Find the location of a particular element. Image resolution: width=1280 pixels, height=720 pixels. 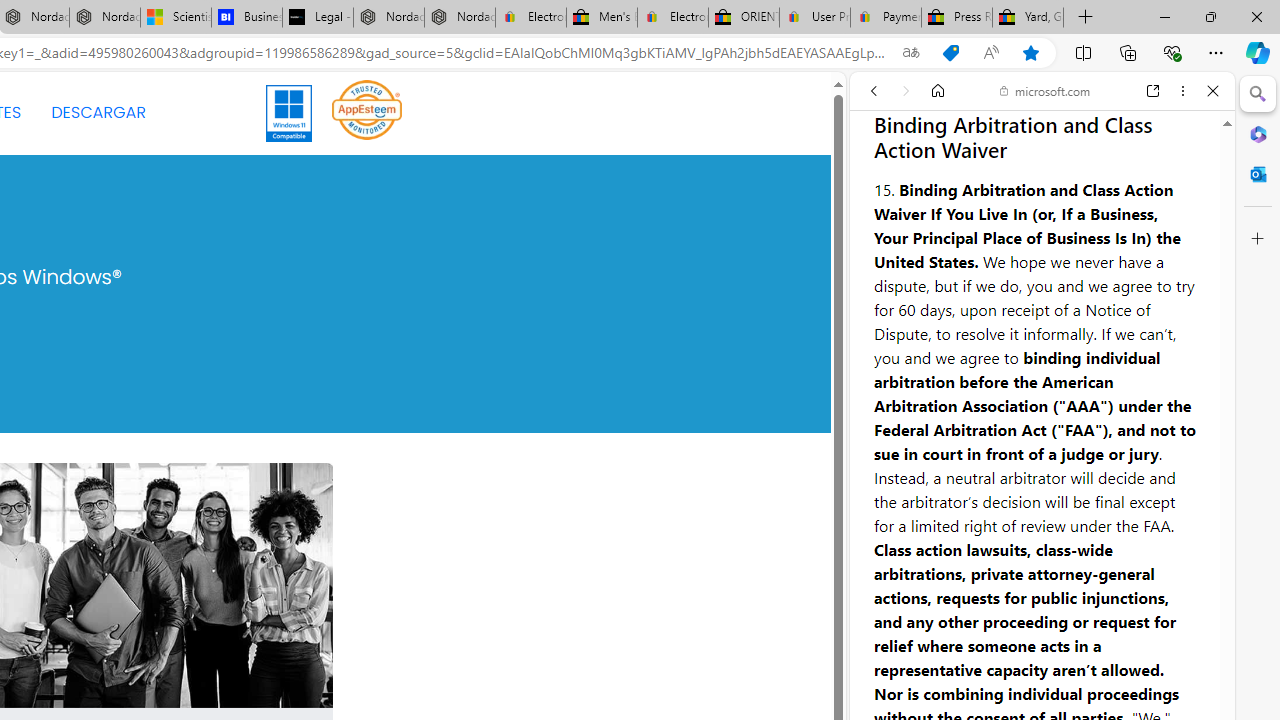

'App Esteem' is located at coordinates (367, 113).